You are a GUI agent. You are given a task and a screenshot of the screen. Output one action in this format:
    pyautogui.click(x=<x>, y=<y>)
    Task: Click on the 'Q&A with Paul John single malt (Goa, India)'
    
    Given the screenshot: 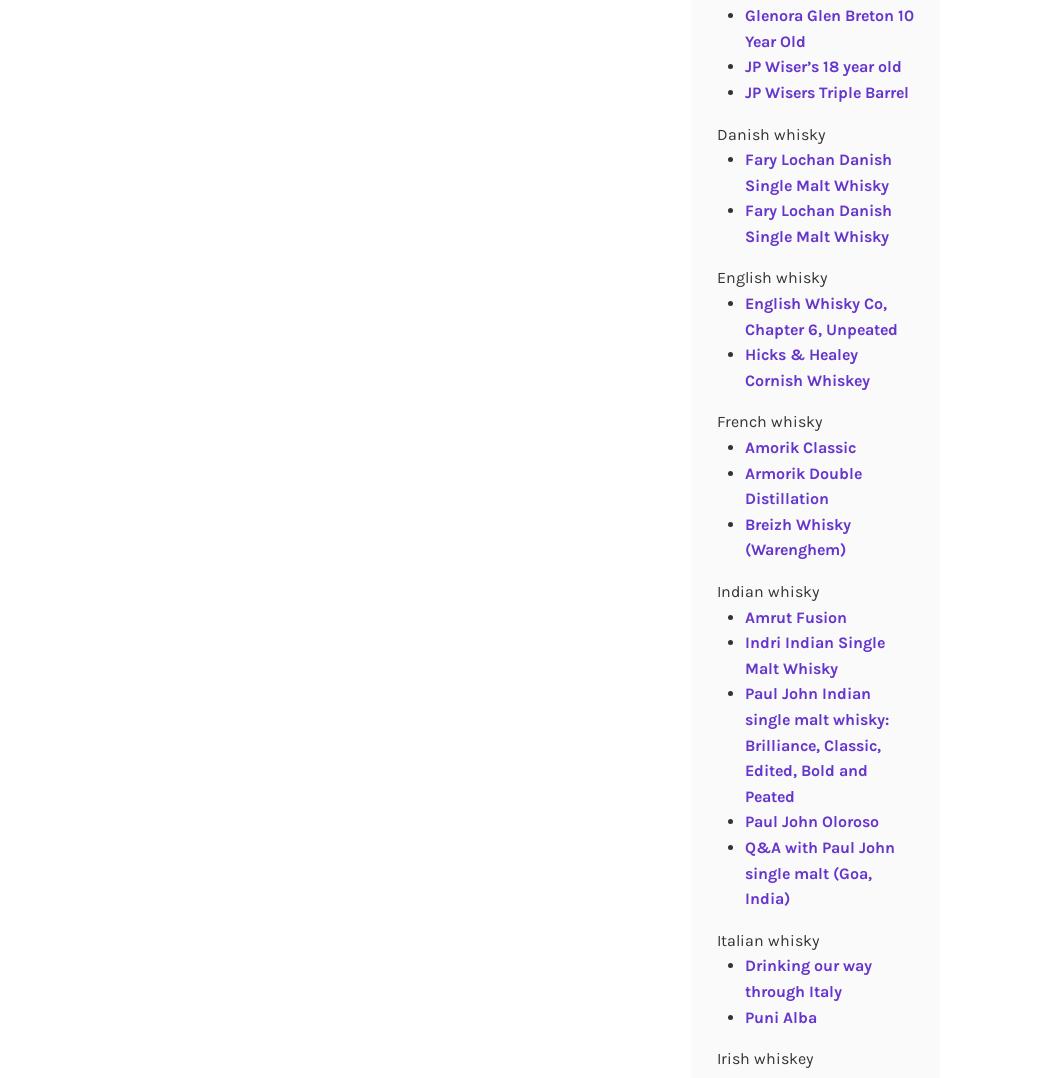 What is the action you would take?
    pyautogui.click(x=818, y=871)
    